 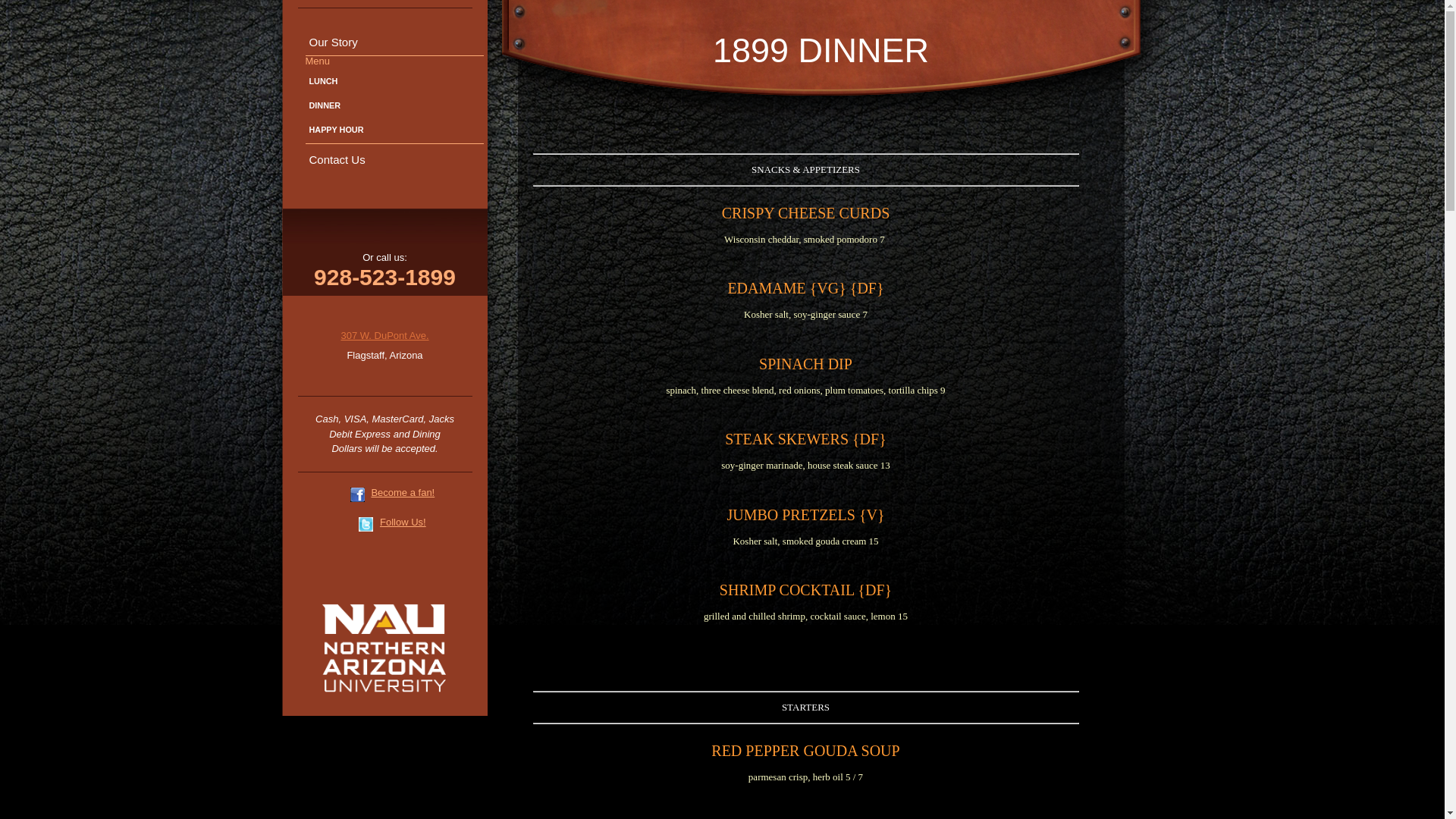 I want to click on 'Contact Us', so click(x=394, y=159).